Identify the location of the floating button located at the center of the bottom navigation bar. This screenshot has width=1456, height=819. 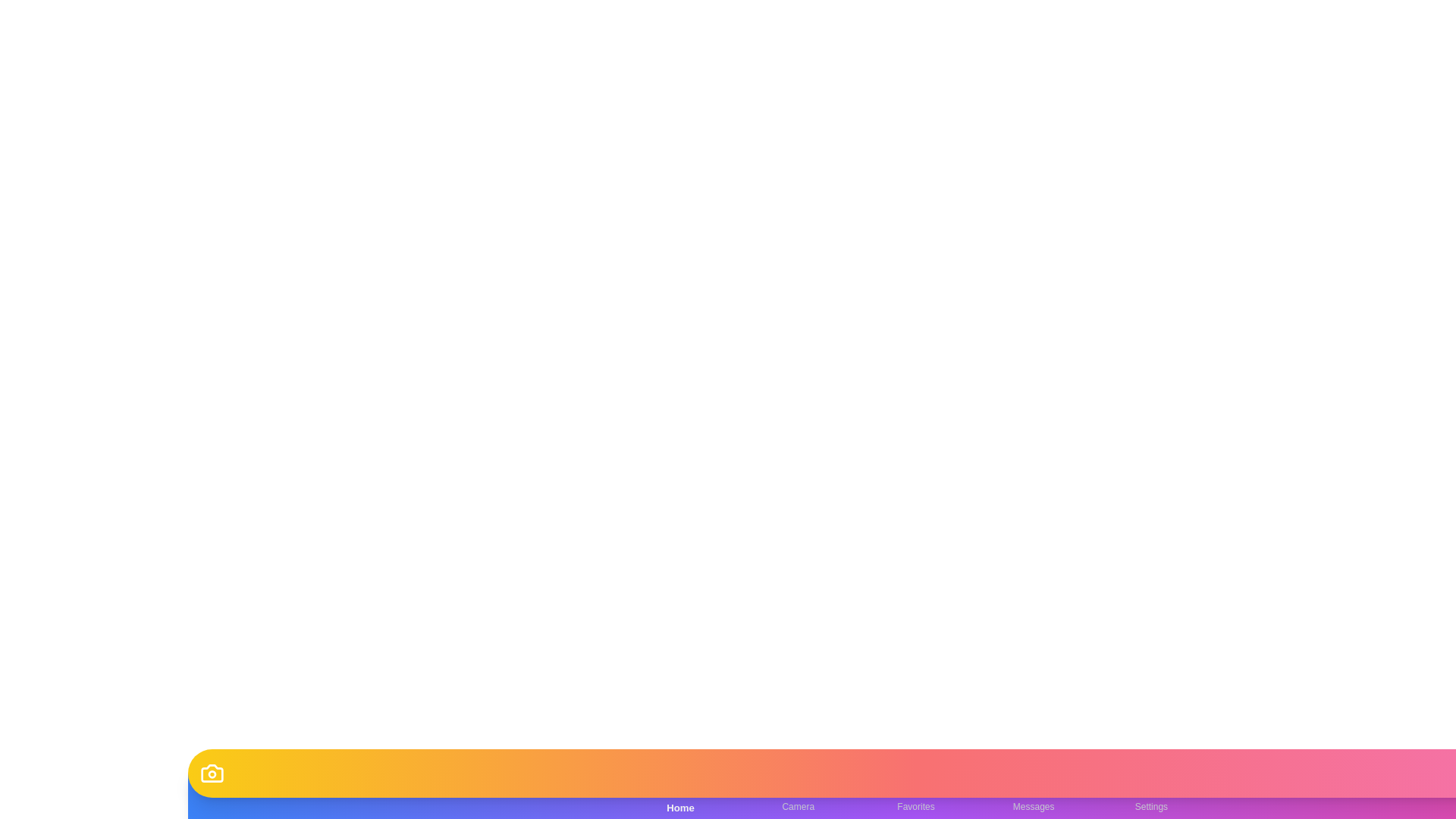
(915, 773).